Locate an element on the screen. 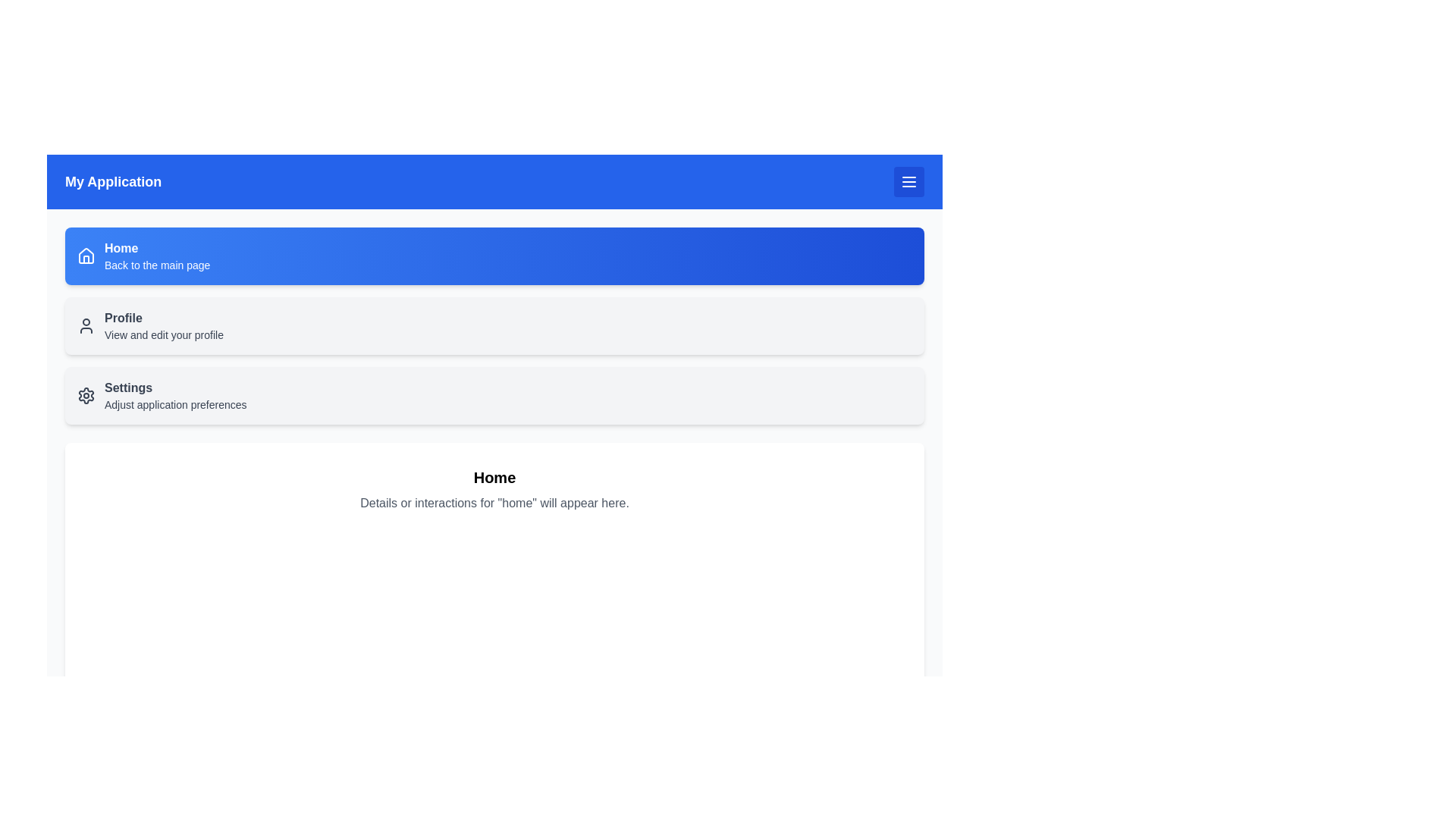 The height and width of the screenshot is (819, 1456). the settings button located in the middle of a vertical list, directly below the 'Profile' section is located at coordinates (494, 394).